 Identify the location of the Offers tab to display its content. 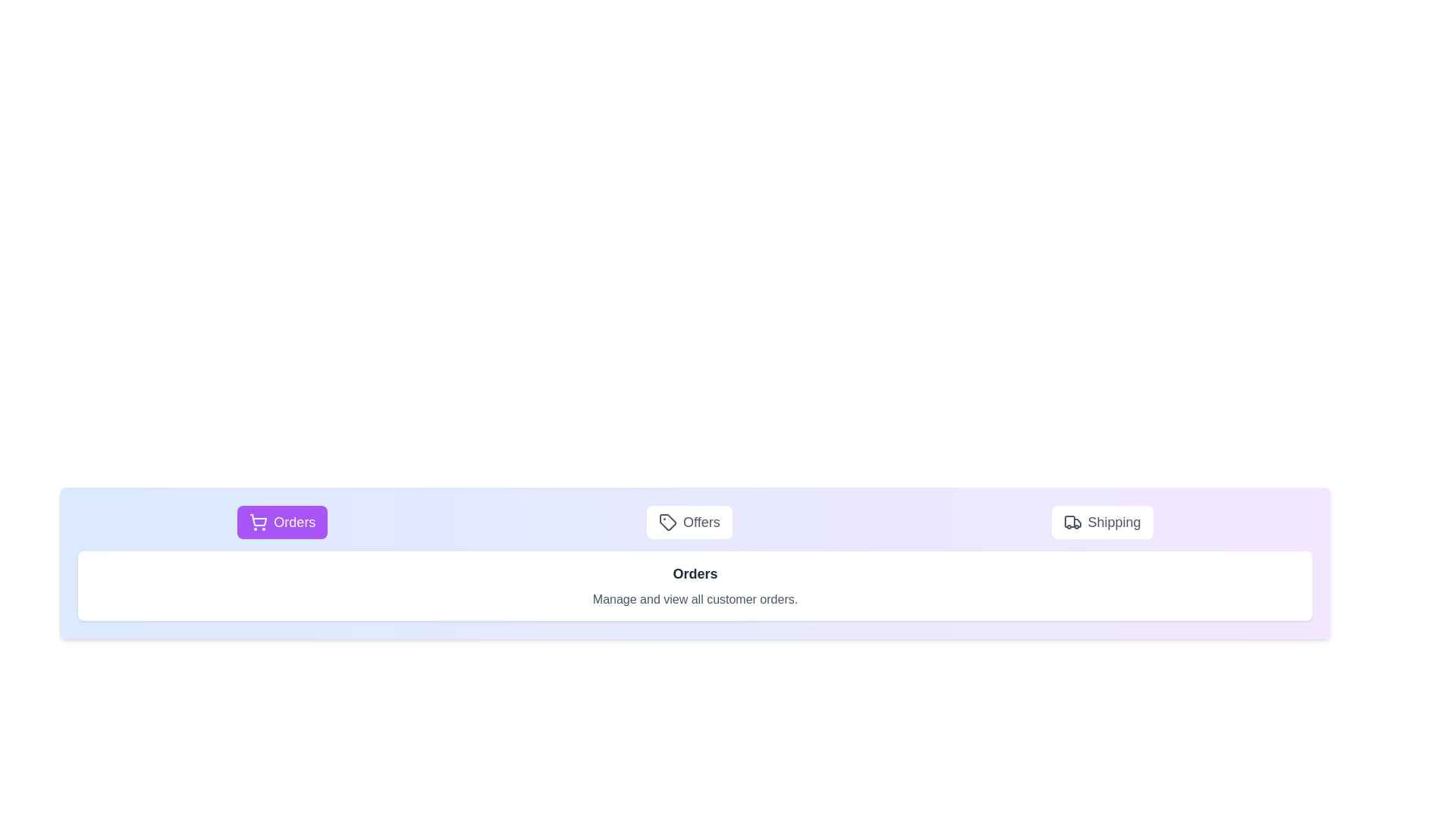
(689, 522).